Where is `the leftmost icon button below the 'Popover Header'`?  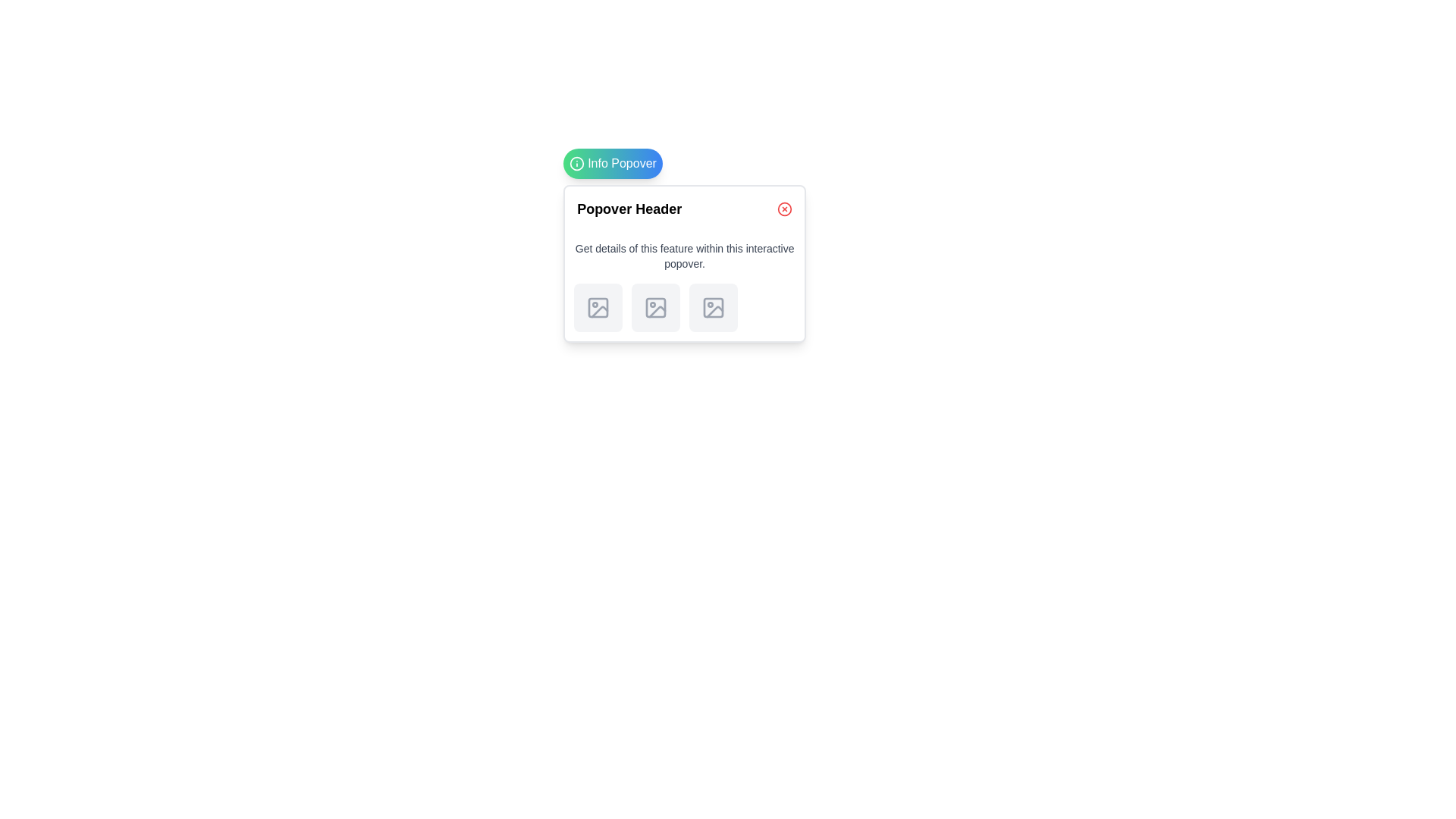
the leftmost icon button below the 'Popover Header' is located at coordinates (598, 307).